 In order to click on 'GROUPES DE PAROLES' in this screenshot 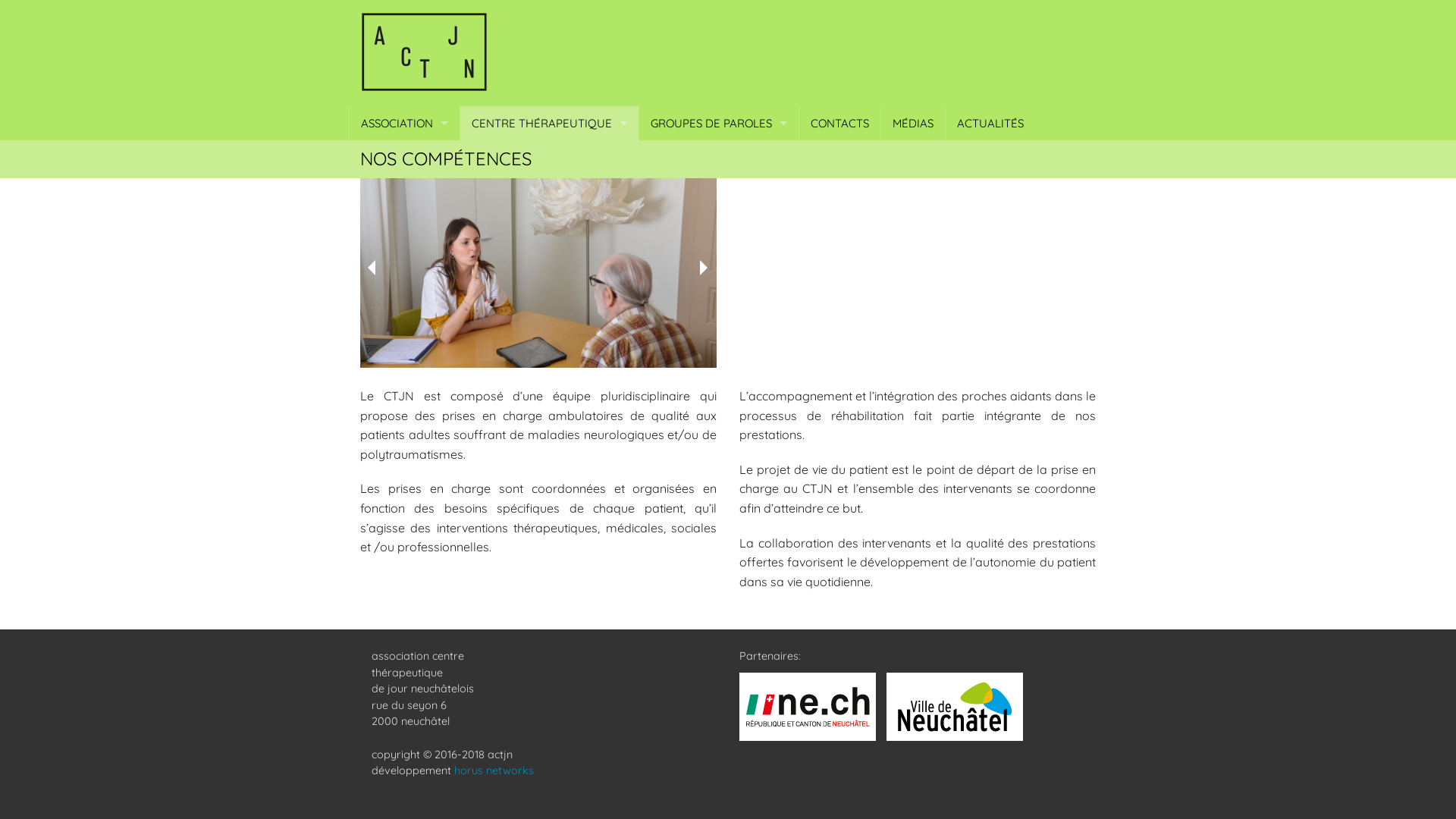, I will do `click(639, 122)`.